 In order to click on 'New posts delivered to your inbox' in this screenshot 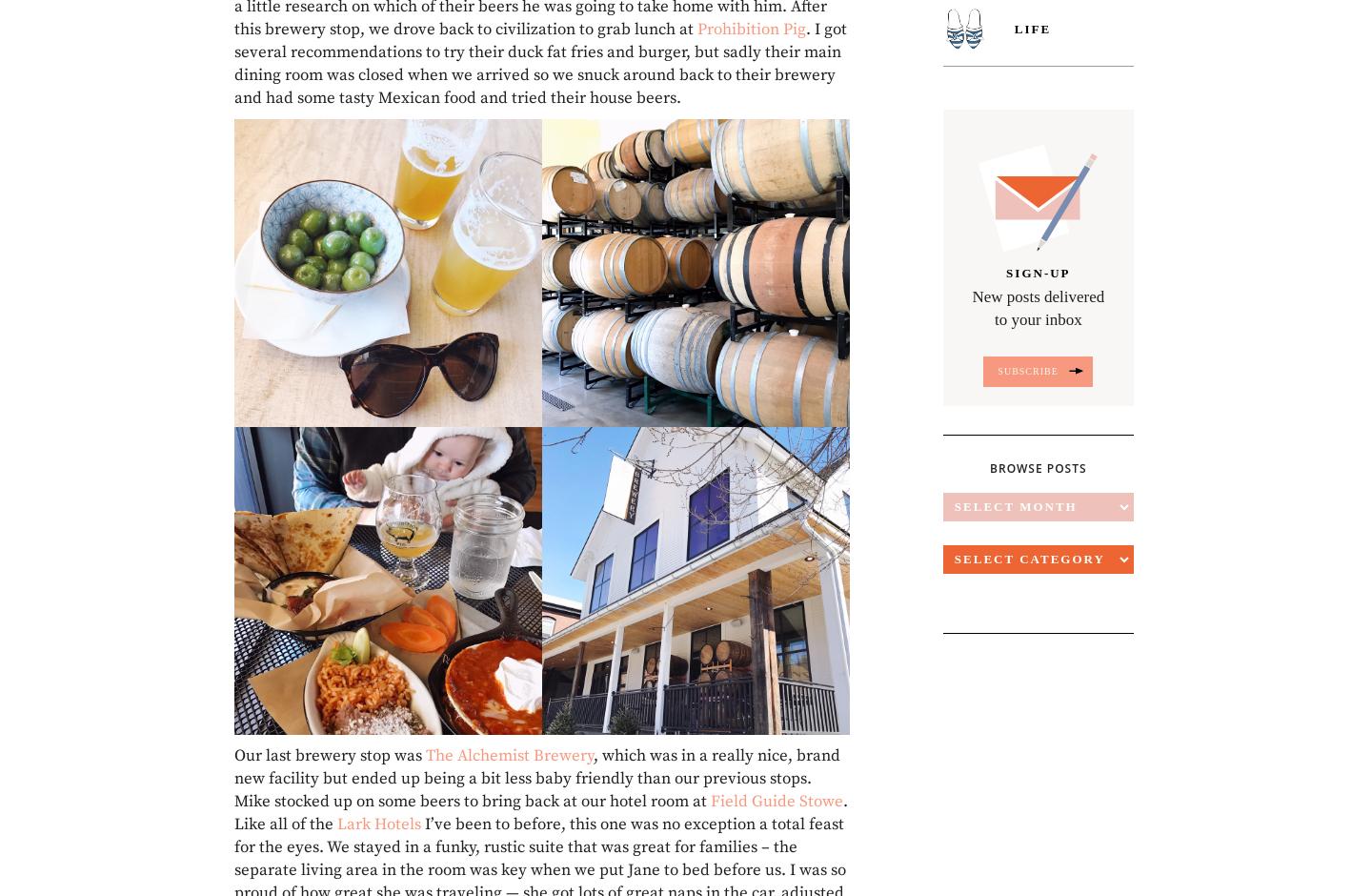, I will do `click(1037, 308)`.